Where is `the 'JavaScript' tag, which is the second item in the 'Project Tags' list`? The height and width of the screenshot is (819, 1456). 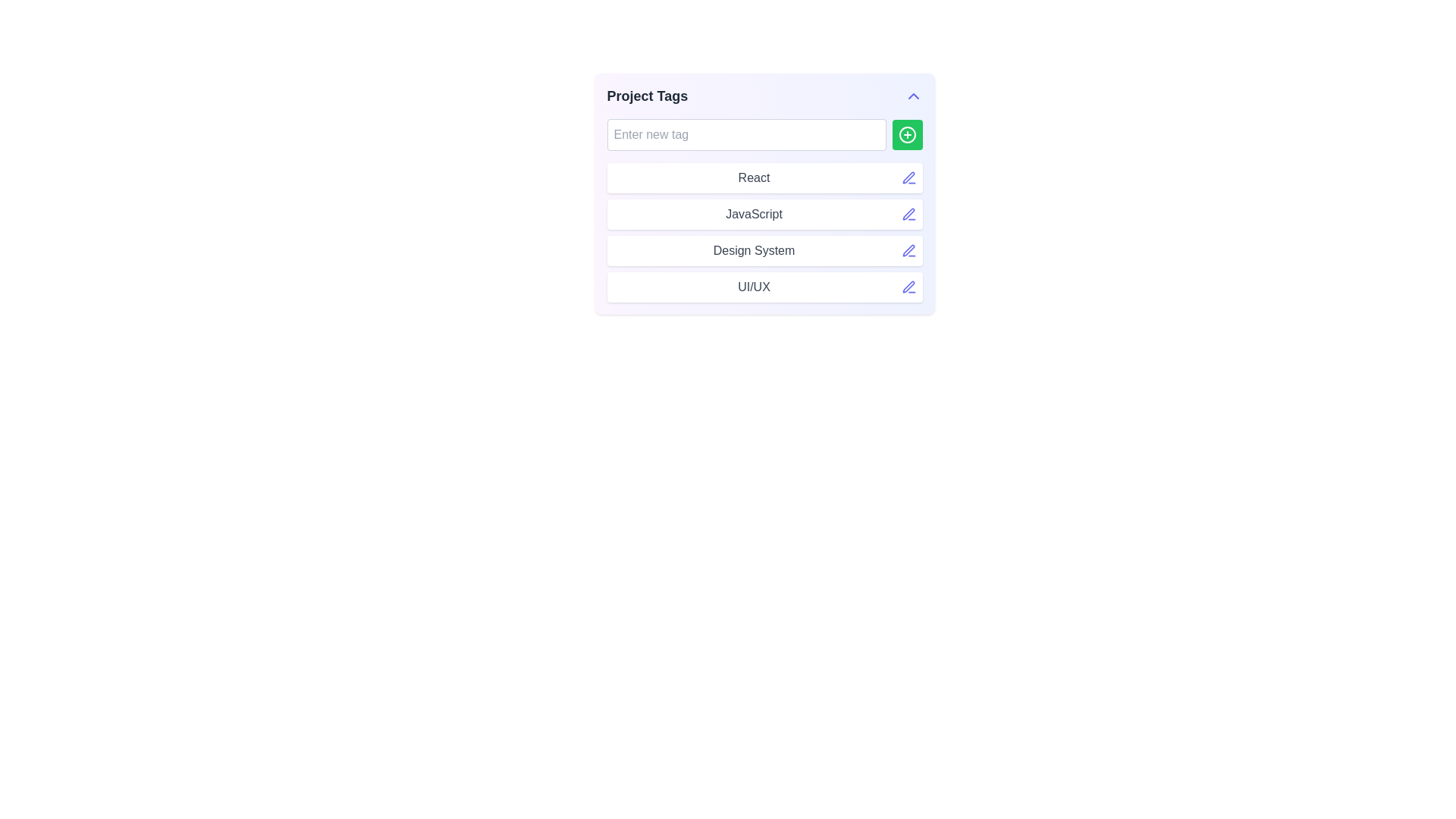
the 'JavaScript' tag, which is the second item in the 'Project Tags' list is located at coordinates (764, 214).